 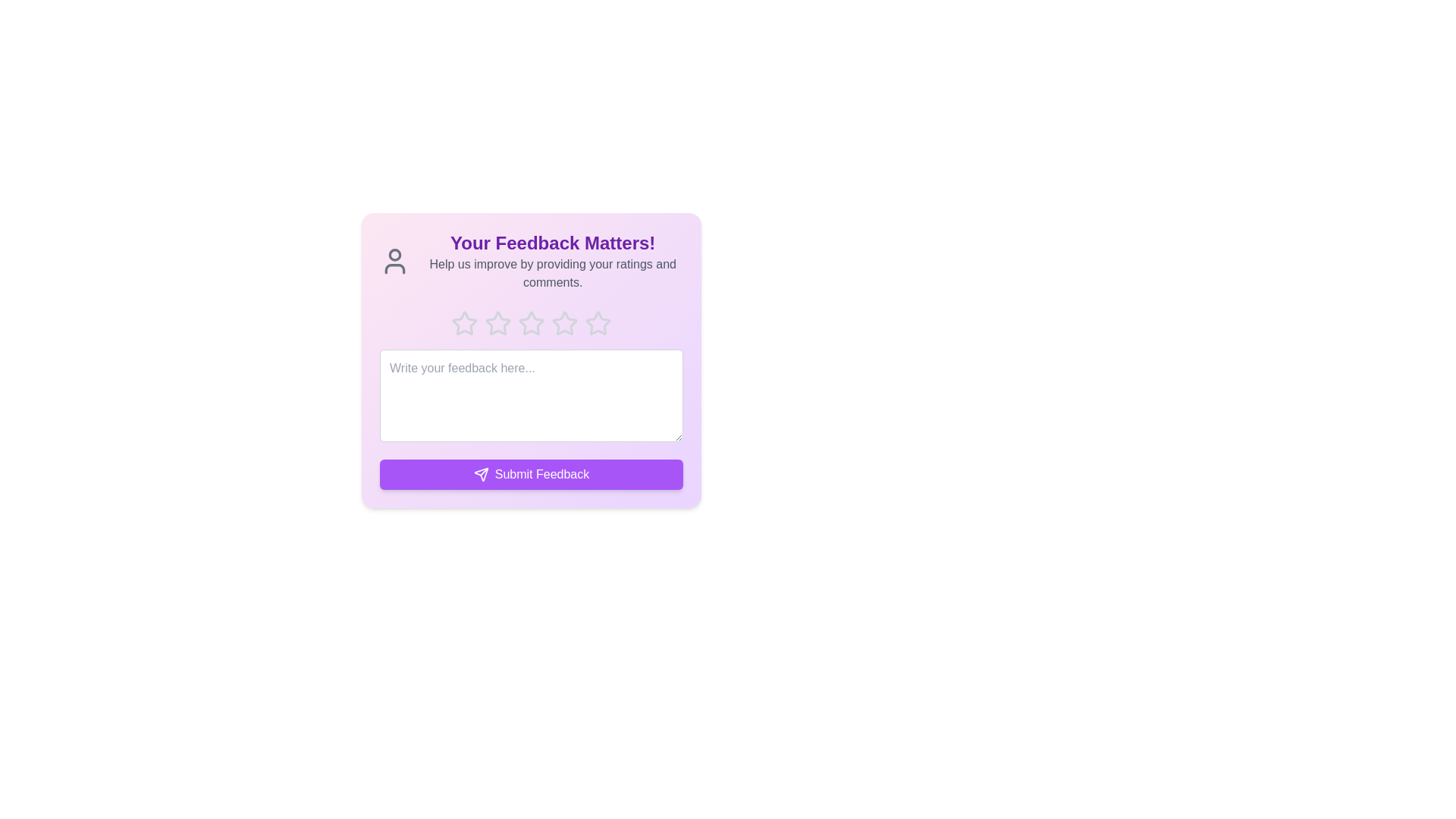 What do you see at coordinates (464, 323) in the screenshot?
I see `the star corresponding to 1 to preview the rating` at bounding box center [464, 323].